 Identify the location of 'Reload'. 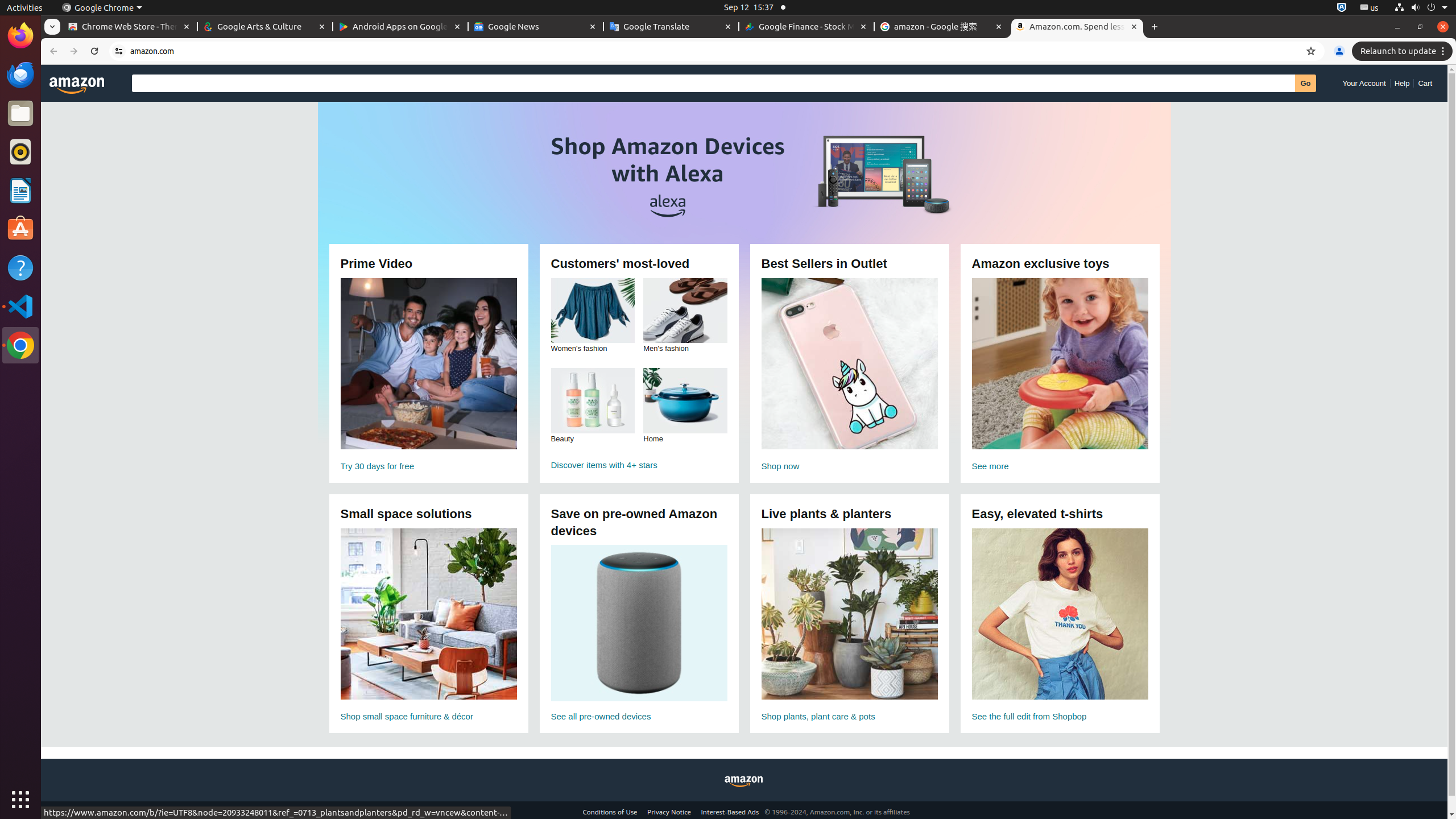
(93, 51).